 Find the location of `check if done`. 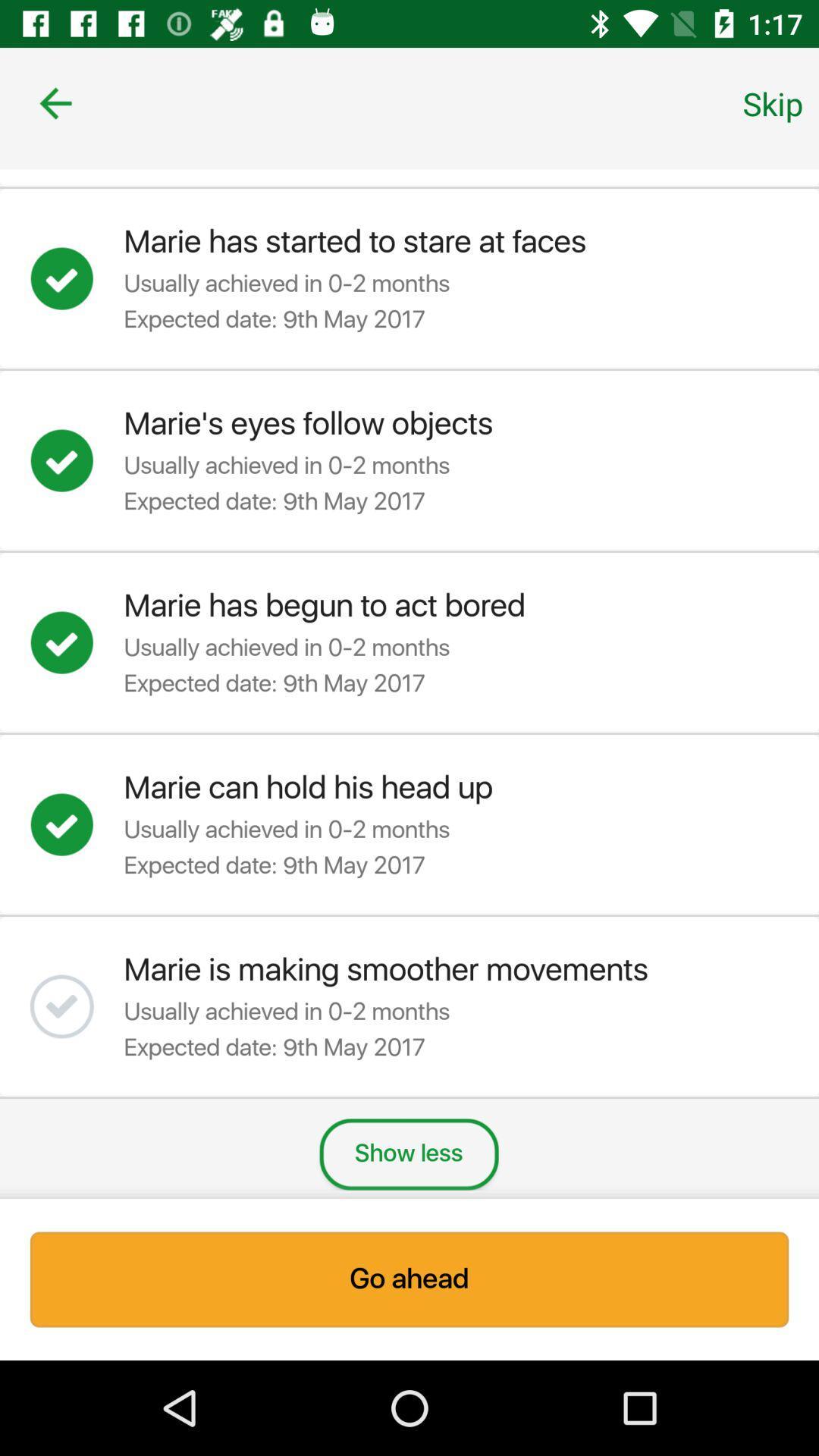

check if done is located at coordinates (77, 460).